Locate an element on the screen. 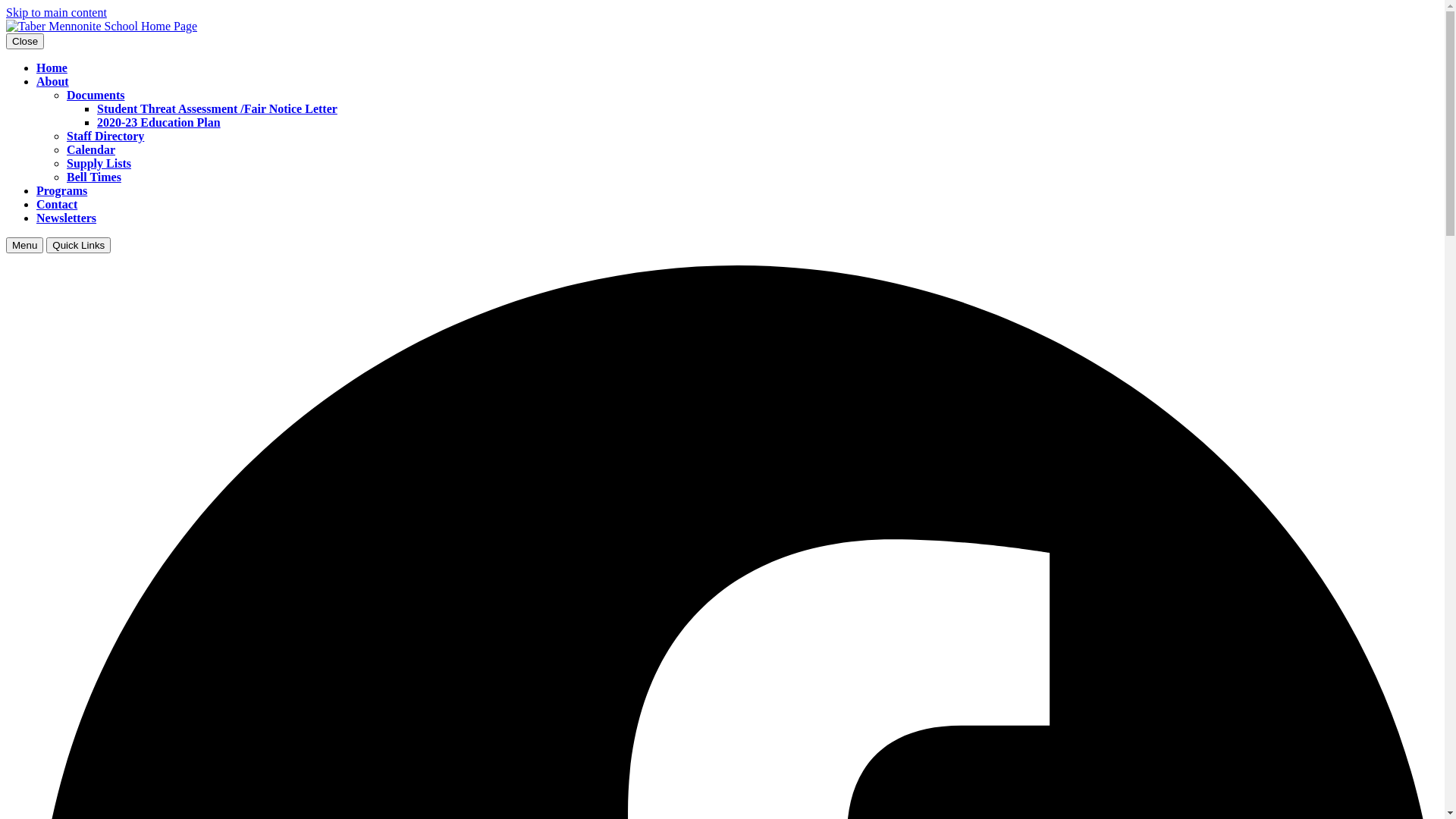  'Programs' is located at coordinates (61, 190).